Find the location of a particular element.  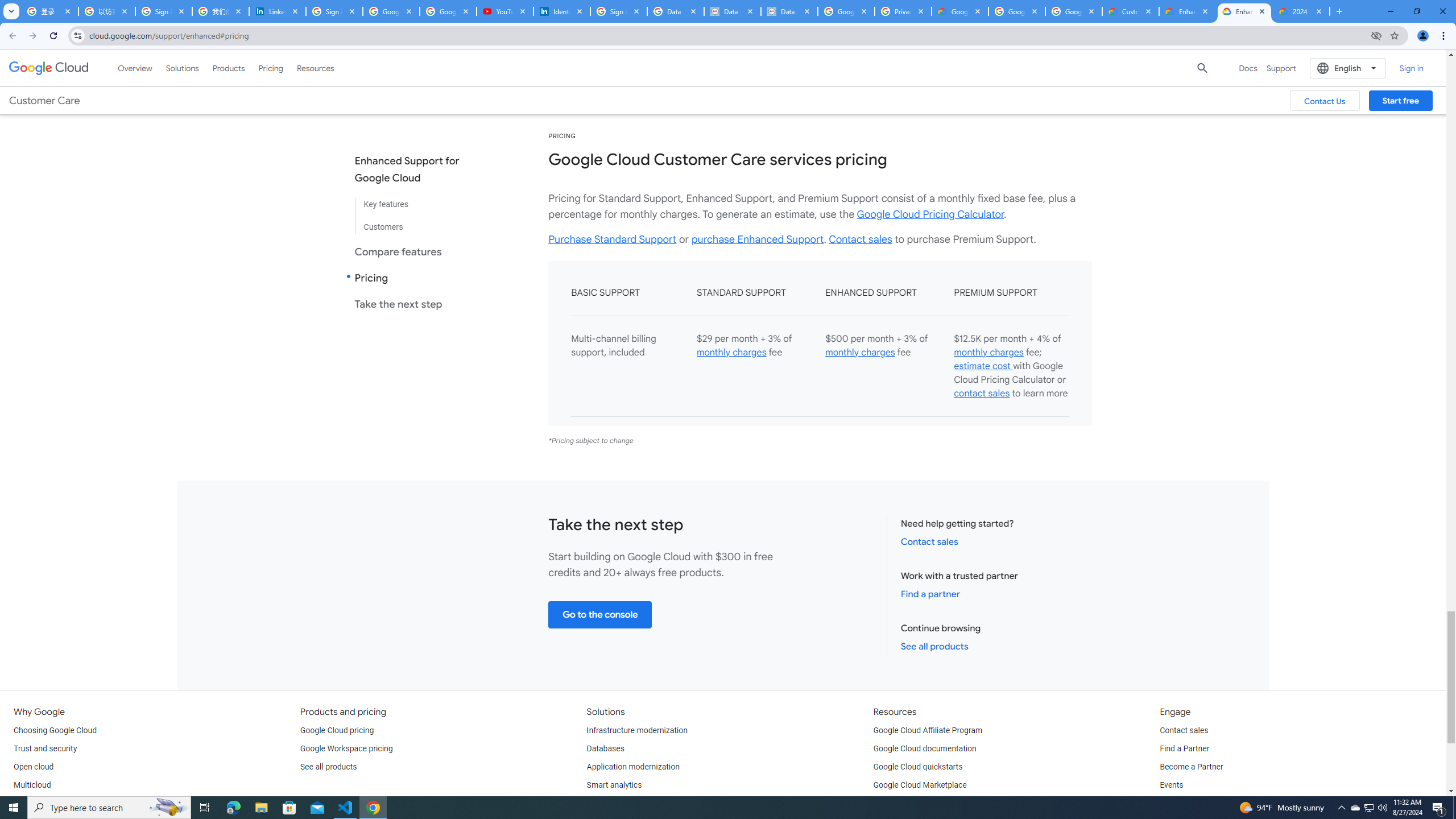

'Search tabs' is located at coordinates (11, 11).